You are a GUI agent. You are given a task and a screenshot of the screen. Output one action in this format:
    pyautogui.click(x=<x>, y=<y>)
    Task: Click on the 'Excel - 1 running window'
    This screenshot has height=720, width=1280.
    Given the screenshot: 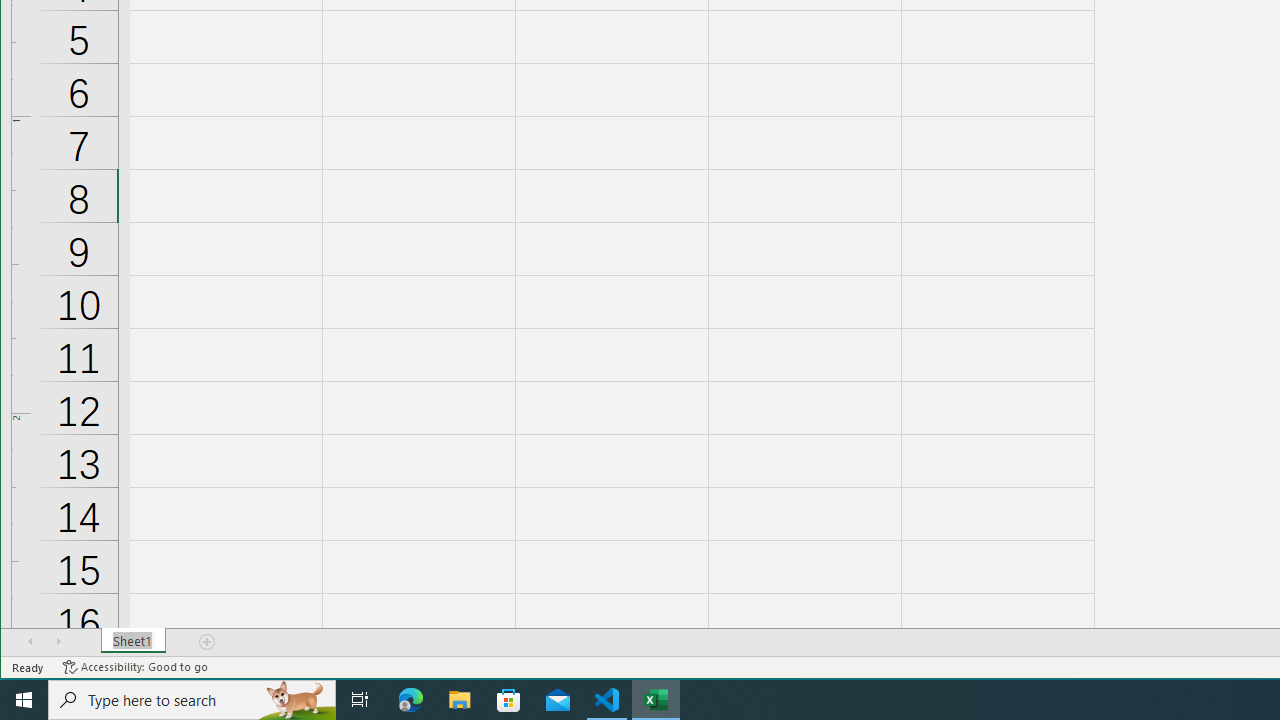 What is the action you would take?
    pyautogui.click(x=656, y=698)
    